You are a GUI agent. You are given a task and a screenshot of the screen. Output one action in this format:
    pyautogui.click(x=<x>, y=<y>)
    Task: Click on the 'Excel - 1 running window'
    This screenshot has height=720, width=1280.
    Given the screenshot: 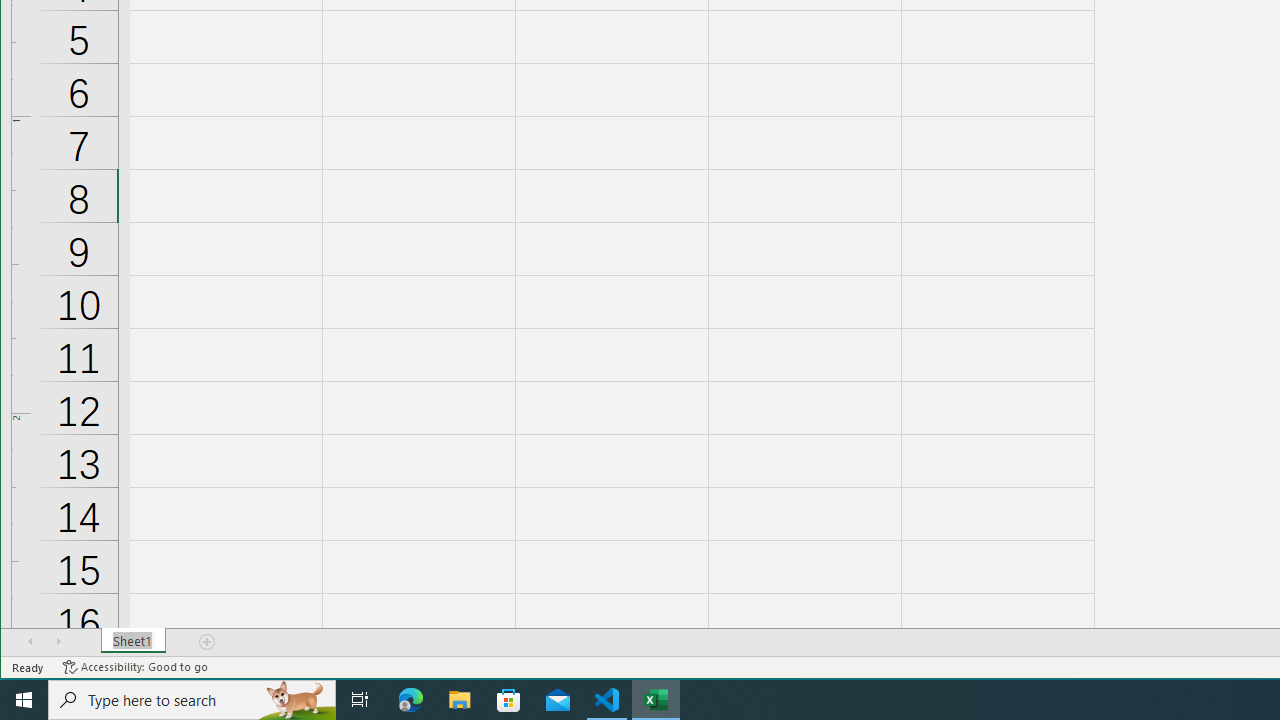 What is the action you would take?
    pyautogui.click(x=656, y=698)
    